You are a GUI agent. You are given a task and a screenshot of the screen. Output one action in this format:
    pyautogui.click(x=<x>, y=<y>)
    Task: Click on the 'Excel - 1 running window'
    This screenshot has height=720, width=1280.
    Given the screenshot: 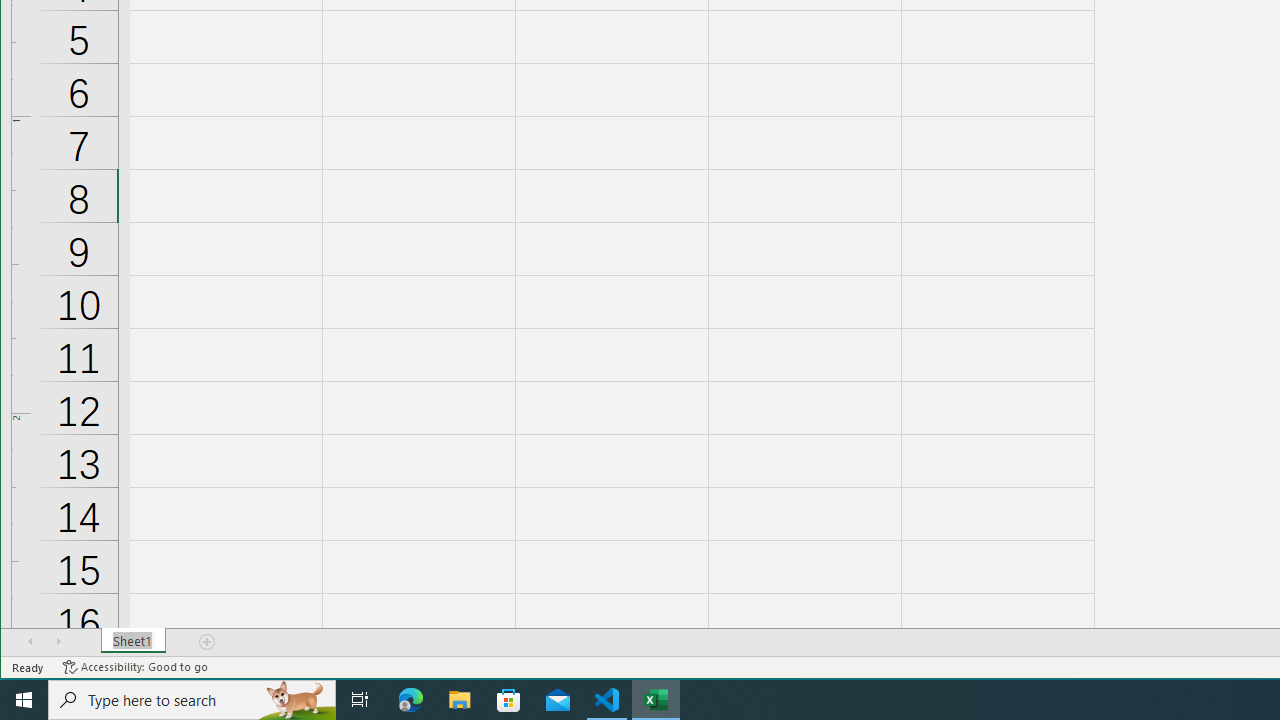 What is the action you would take?
    pyautogui.click(x=656, y=698)
    